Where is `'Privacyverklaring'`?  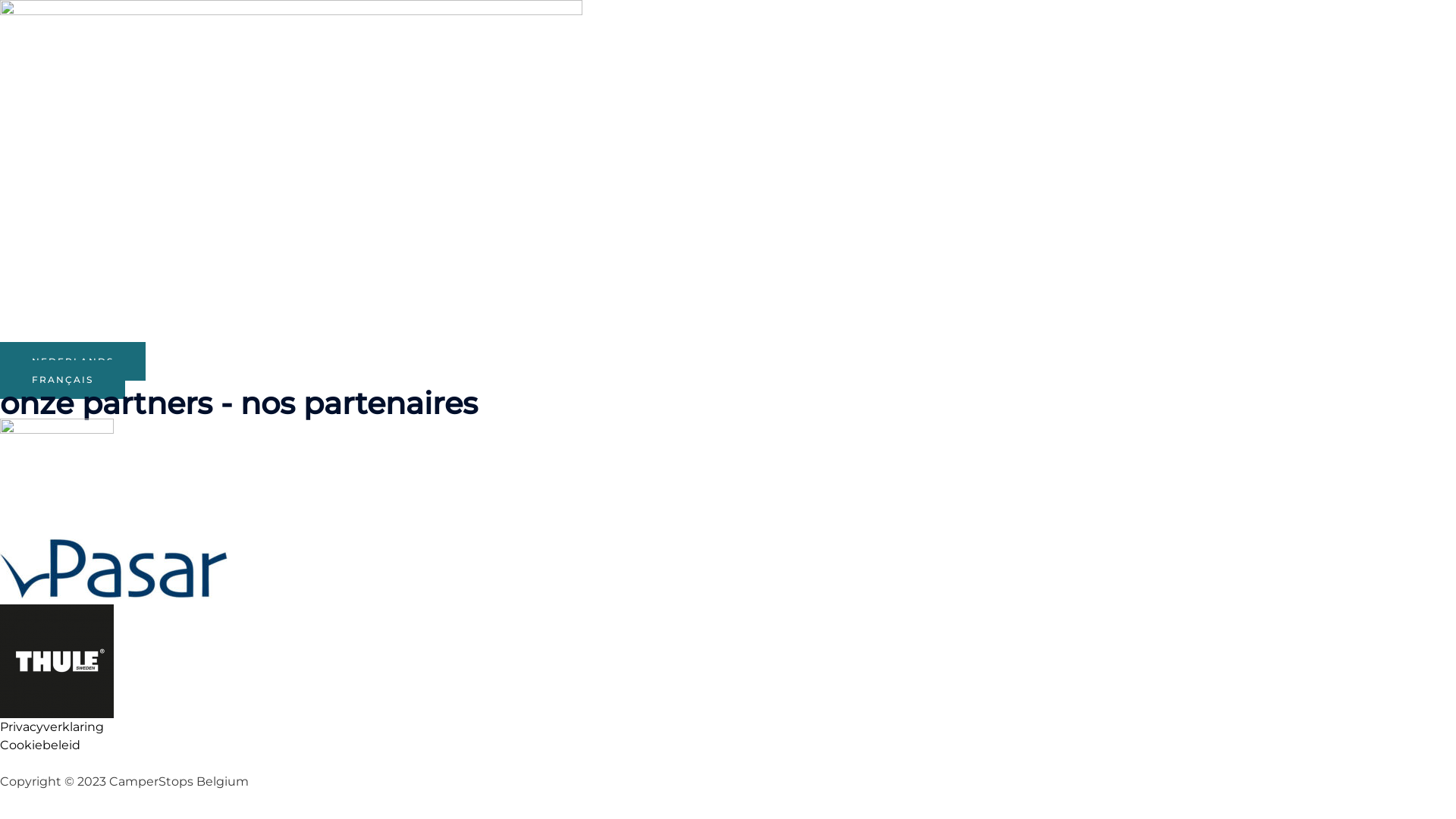 'Privacyverklaring' is located at coordinates (52, 726).